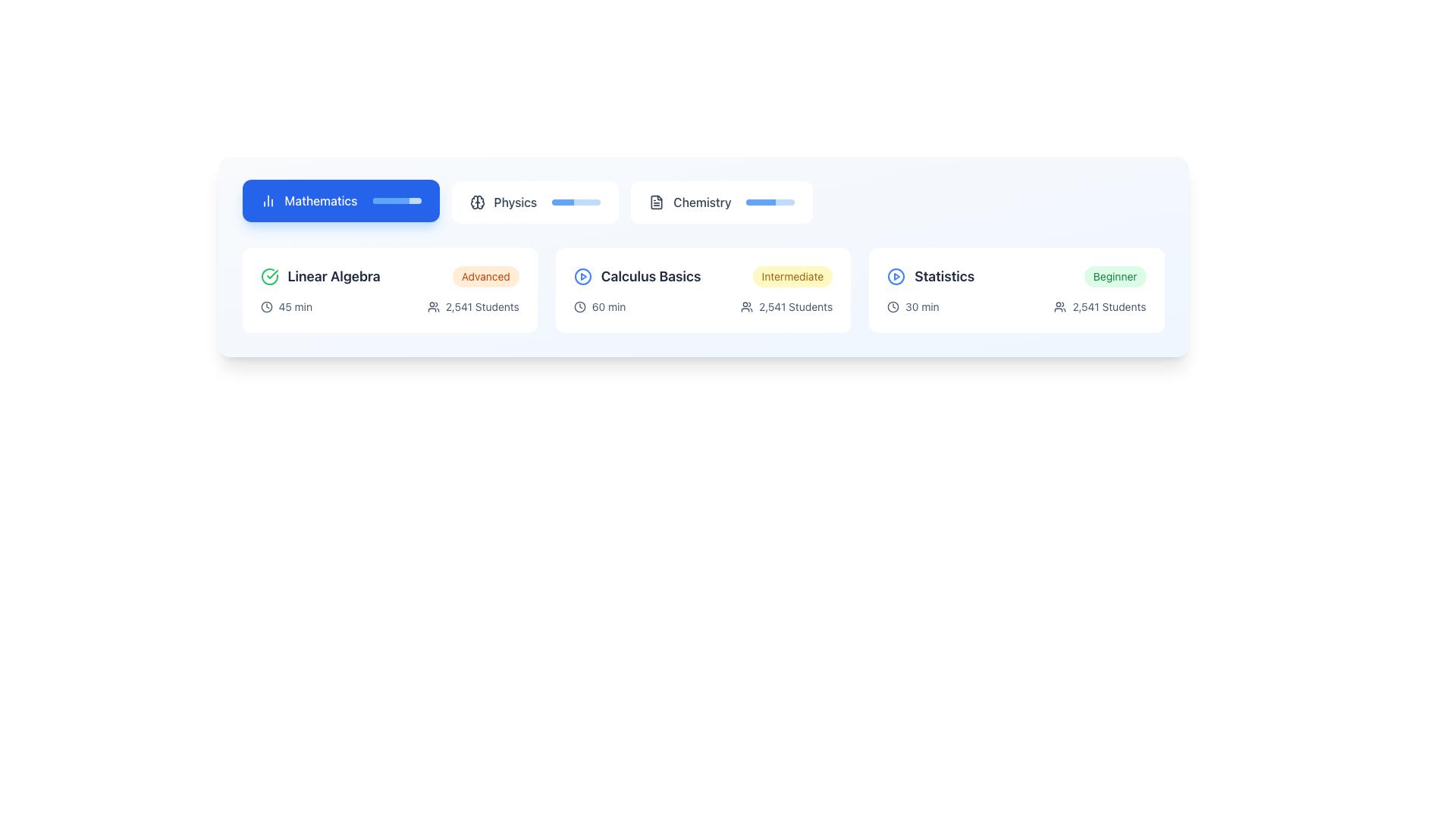  Describe the element at coordinates (266, 307) in the screenshot. I see `the circular clock icon with a thin outline located to the left of the '45 min' text, indicating the course duration in the Linear Algebra module` at that location.